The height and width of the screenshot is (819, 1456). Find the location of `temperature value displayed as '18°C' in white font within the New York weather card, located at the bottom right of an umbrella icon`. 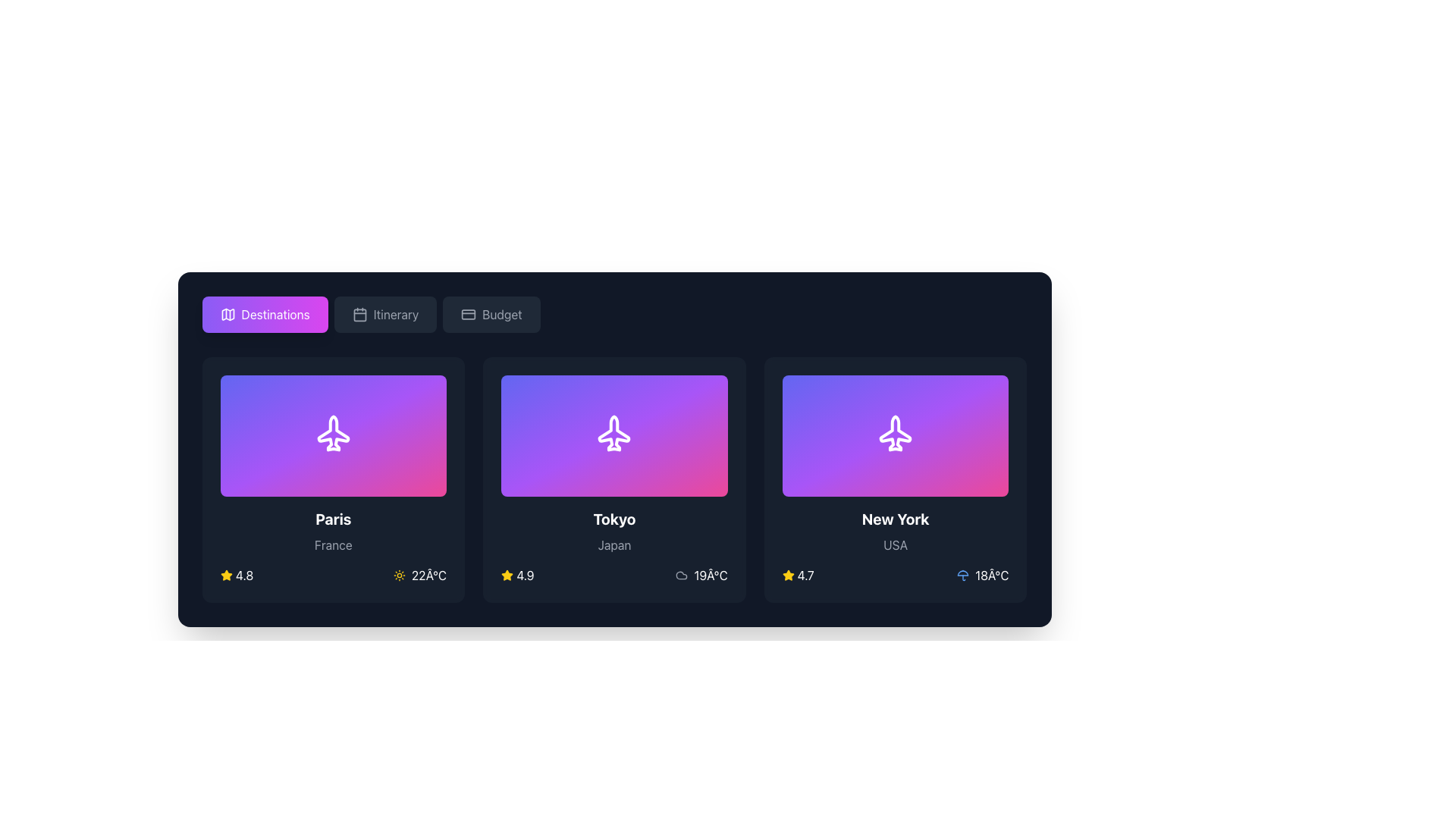

temperature value displayed as '18°C' in white font within the New York weather card, located at the bottom right of an umbrella icon is located at coordinates (992, 576).